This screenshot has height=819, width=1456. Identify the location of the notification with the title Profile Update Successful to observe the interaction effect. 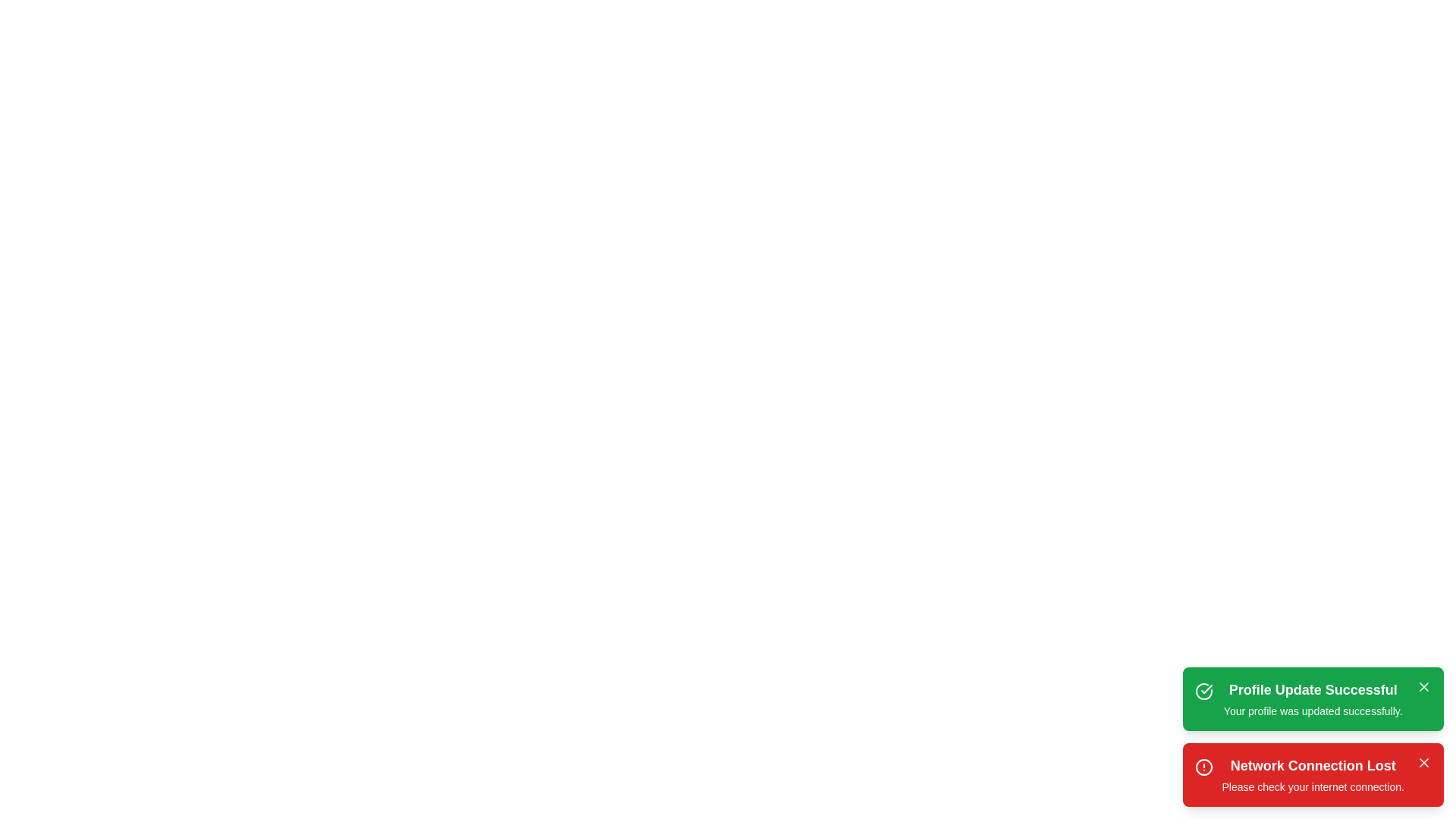
(1312, 698).